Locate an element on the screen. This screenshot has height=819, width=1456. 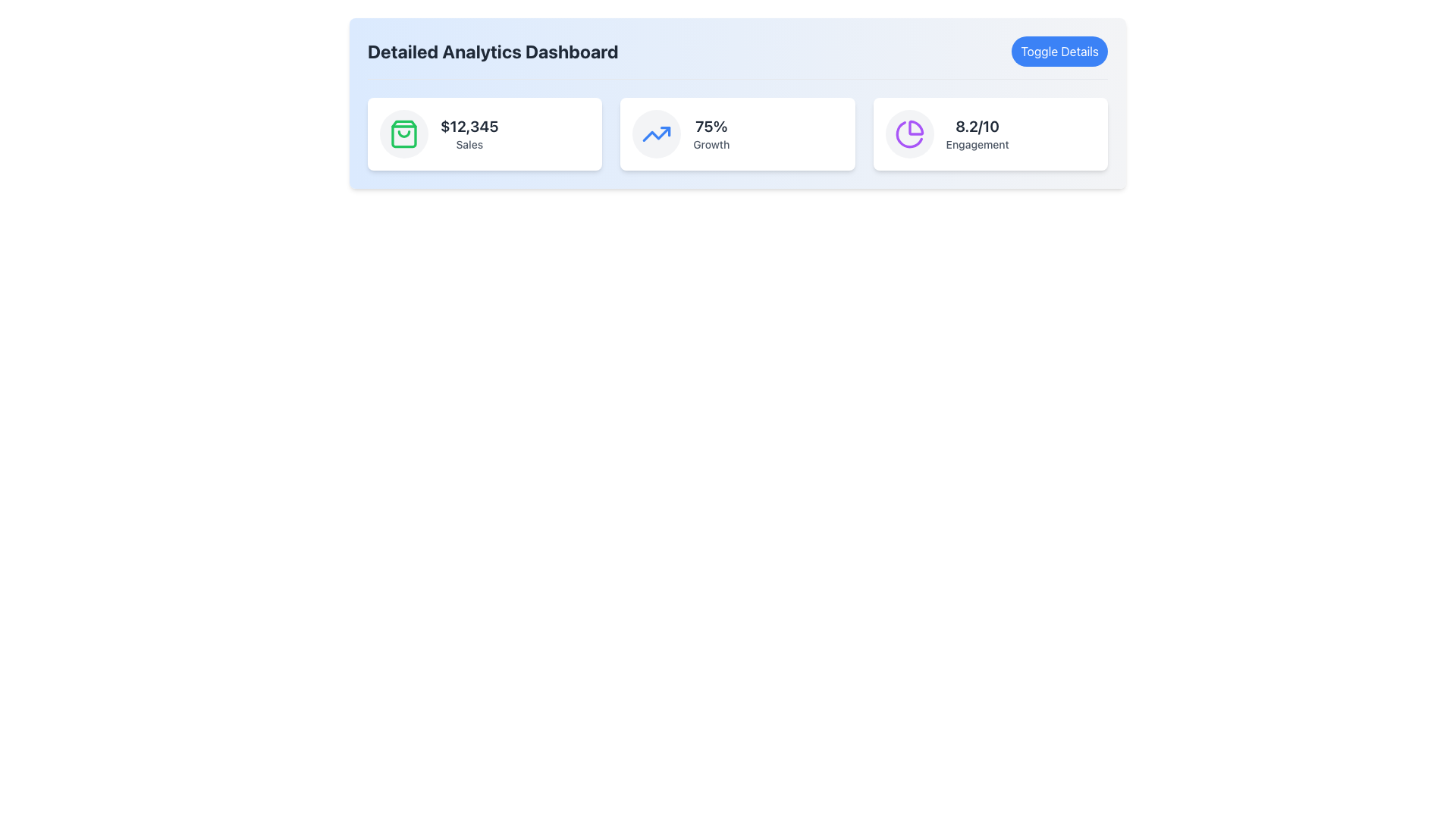
the sales metrics text label, which is positioned in the first white card to the right of the green shopping bag icon is located at coordinates (469, 133).